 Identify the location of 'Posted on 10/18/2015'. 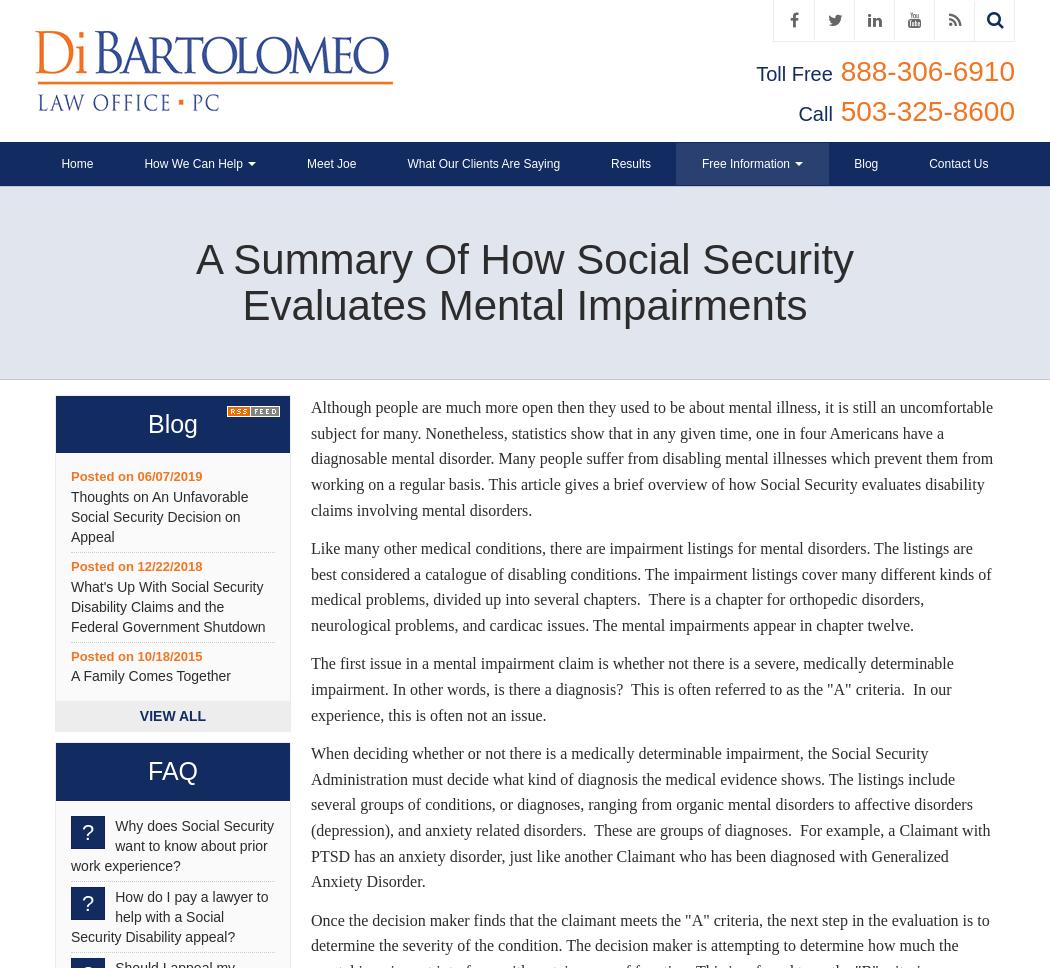
(135, 655).